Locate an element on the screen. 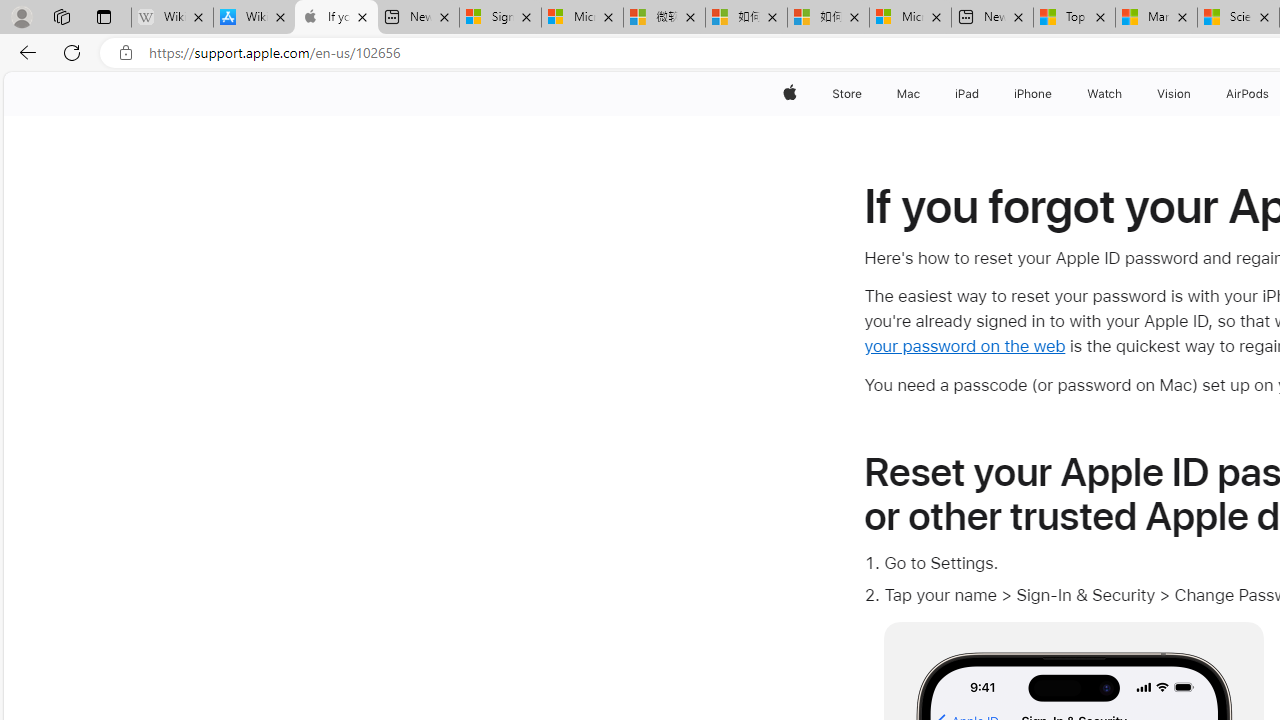 The height and width of the screenshot is (720, 1280). 'Mac' is located at coordinates (907, 93).